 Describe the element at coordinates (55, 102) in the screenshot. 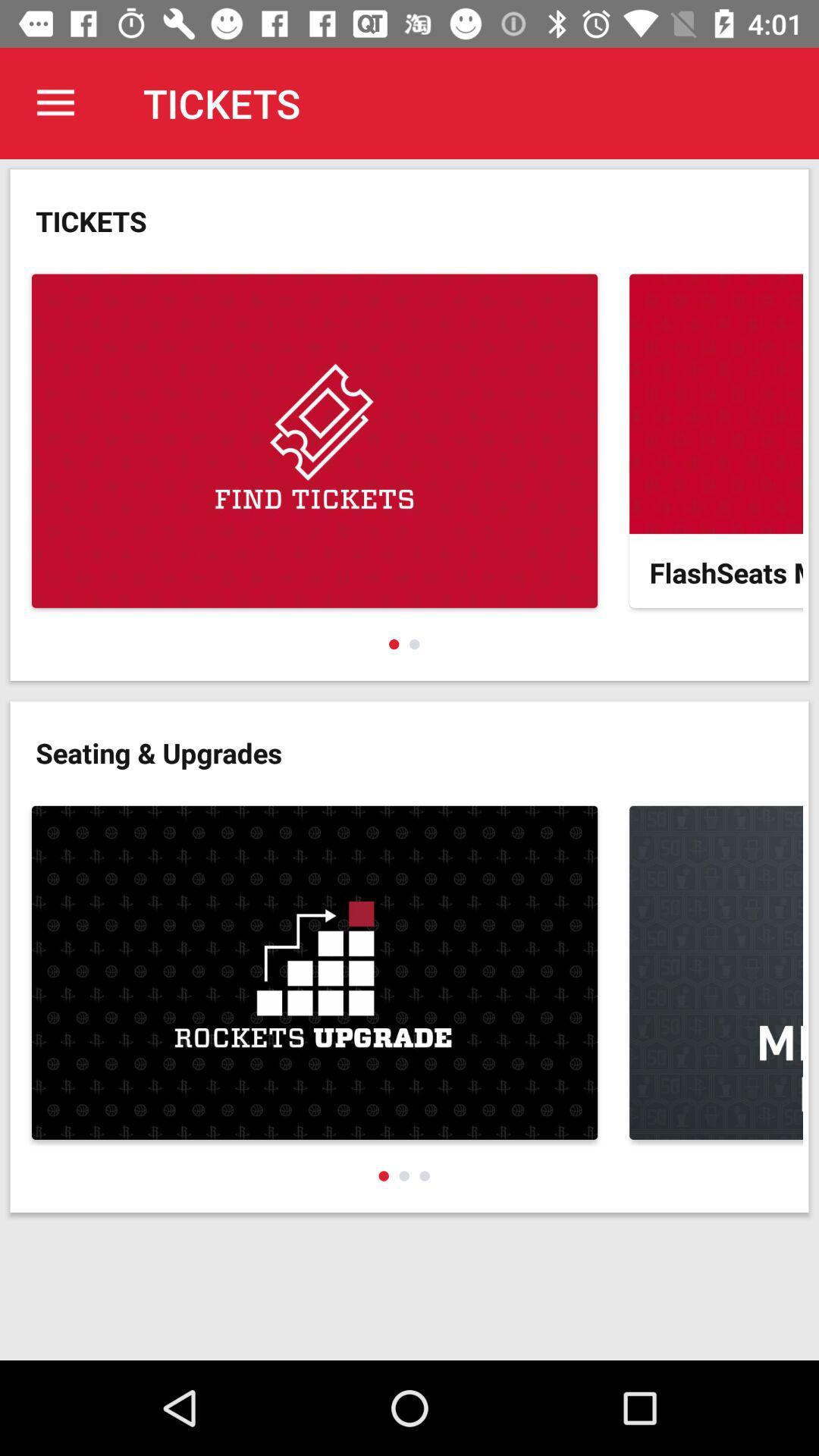

I see `the icon above tickets item` at that location.